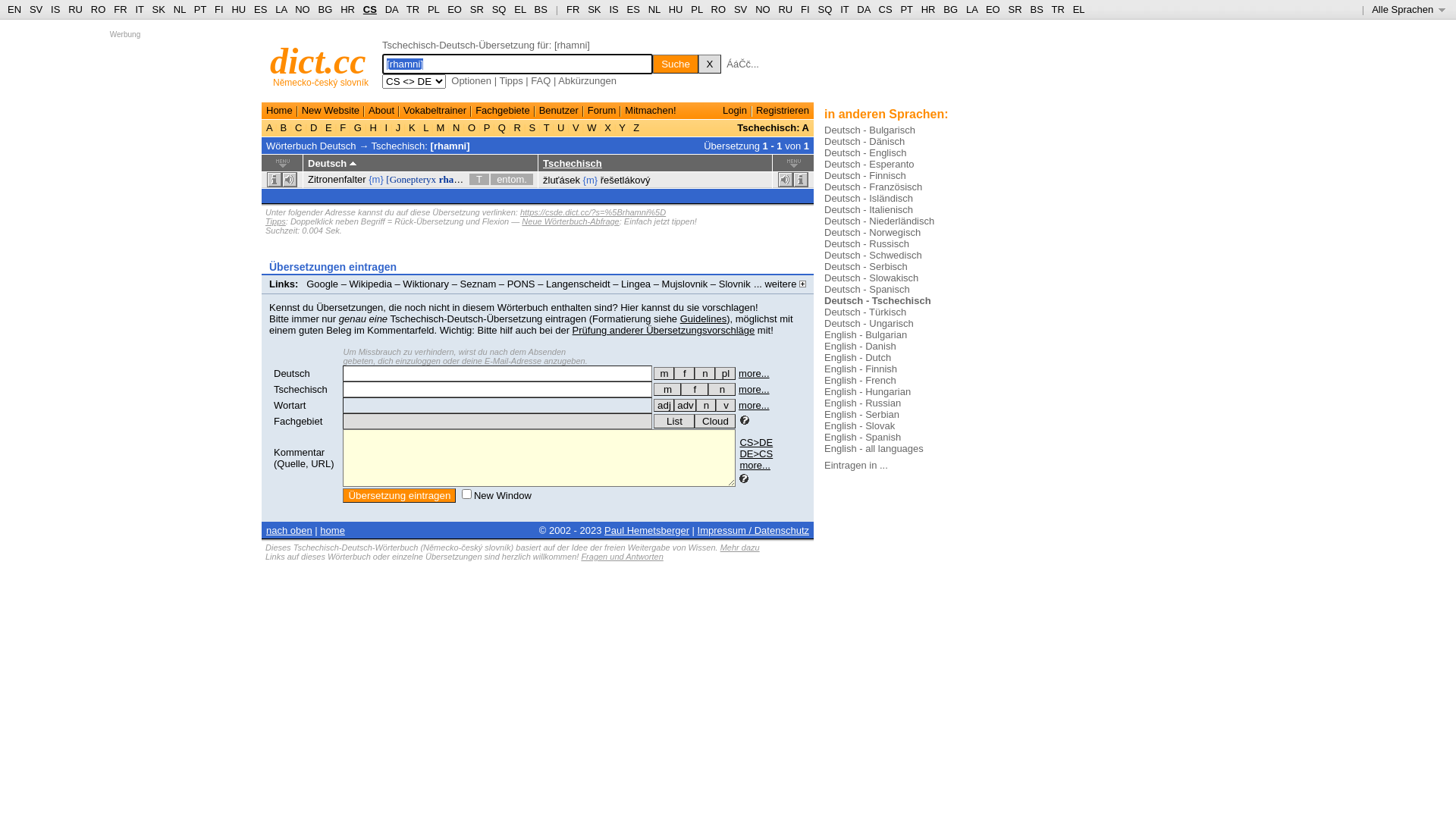 The width and height of the screenshot is (1456, 819). Describe the element at coordinates (432, 127) in the screenshot. I see `'M'` at that location.